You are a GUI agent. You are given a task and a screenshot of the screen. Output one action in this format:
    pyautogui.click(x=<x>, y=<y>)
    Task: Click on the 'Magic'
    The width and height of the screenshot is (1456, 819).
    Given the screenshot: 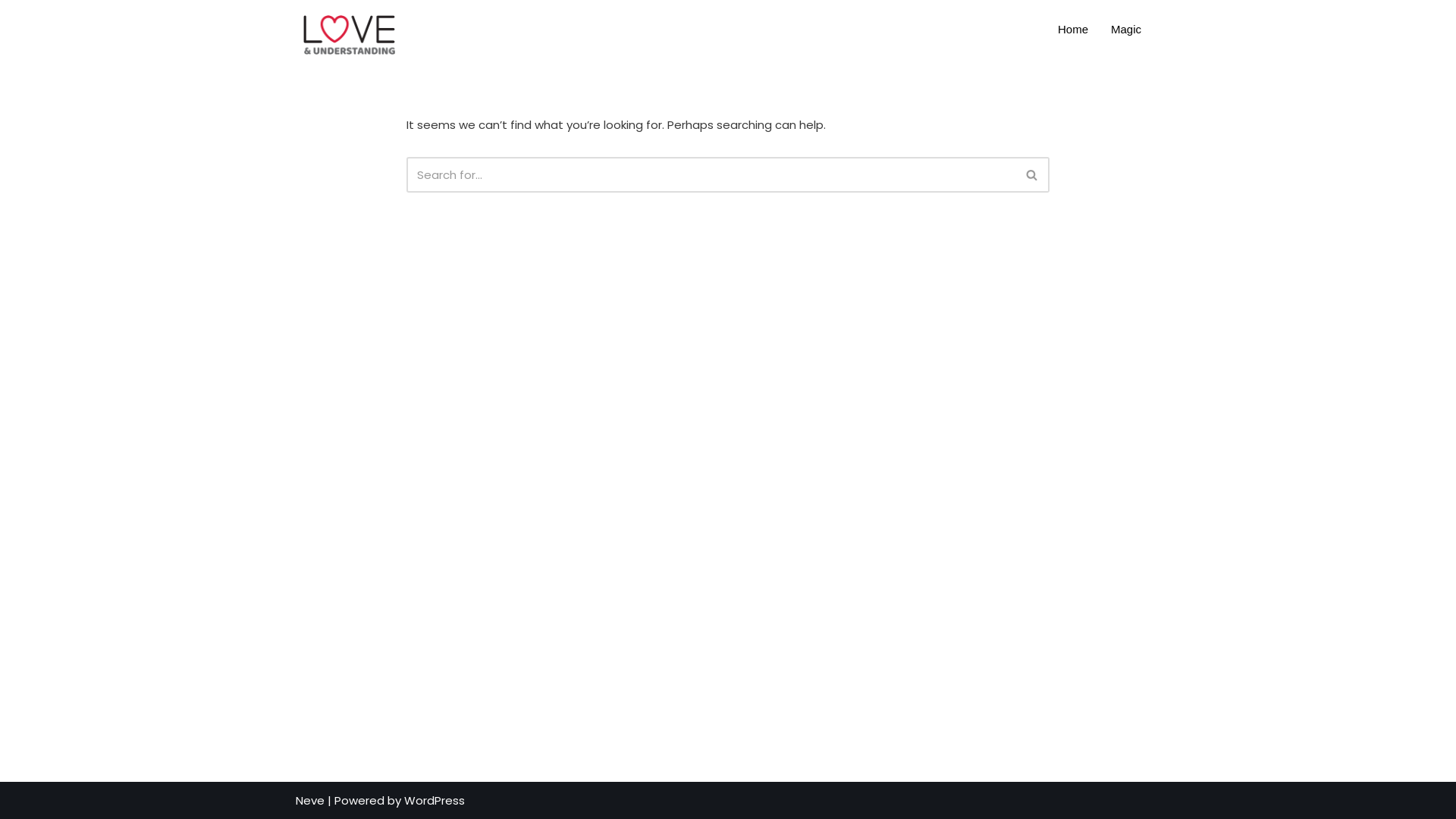 What is the action you would take?
    pyautogui.click(x=1099, y=29)
    